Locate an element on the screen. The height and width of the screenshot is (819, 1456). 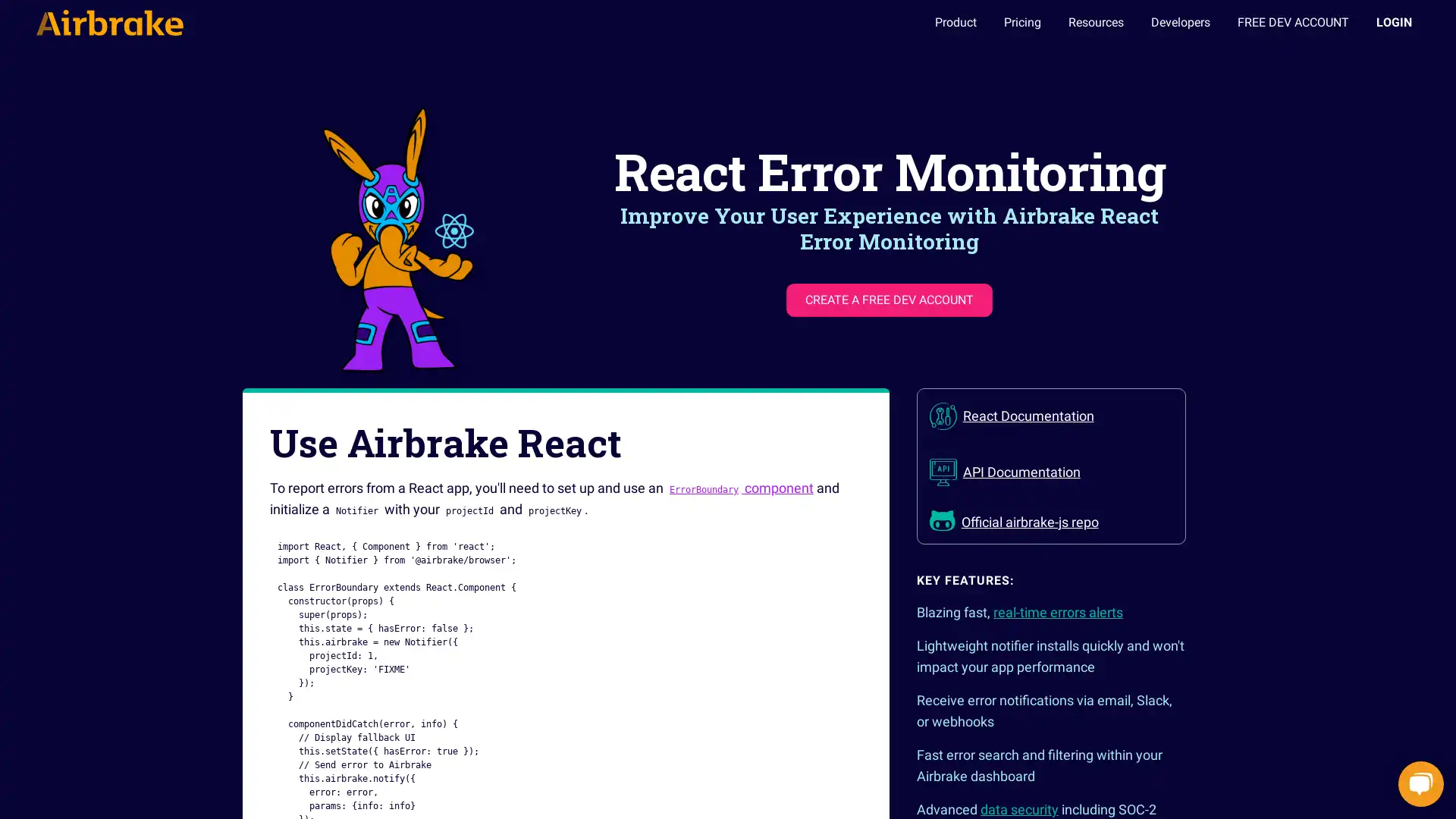
CREATE A FREE DEV ACCOUNT is located at coordinates (889, 300).